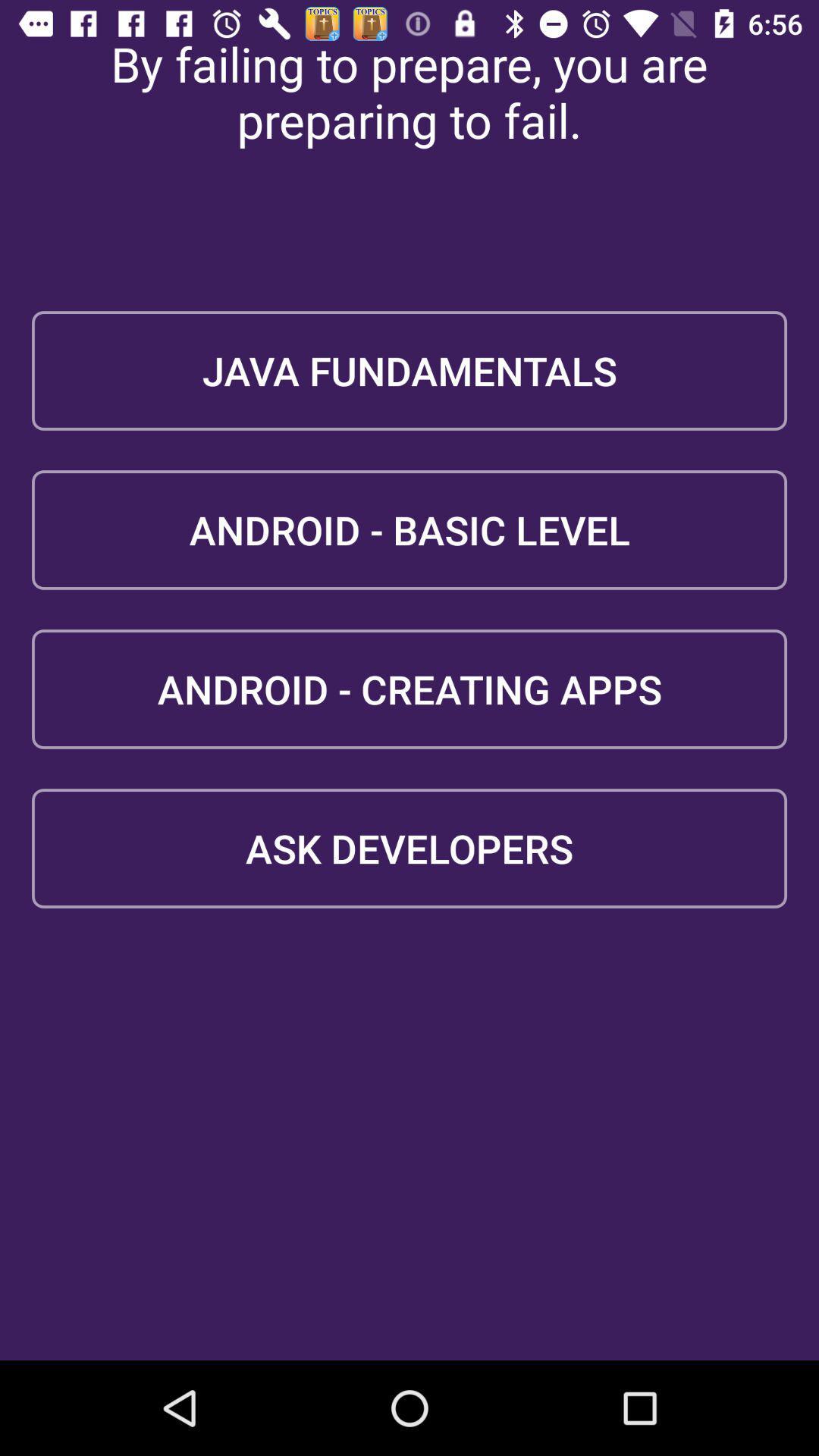 This screenshot has height=1456, width=819. I want to click on the icon above the android - creating apps, so click(409, 530).